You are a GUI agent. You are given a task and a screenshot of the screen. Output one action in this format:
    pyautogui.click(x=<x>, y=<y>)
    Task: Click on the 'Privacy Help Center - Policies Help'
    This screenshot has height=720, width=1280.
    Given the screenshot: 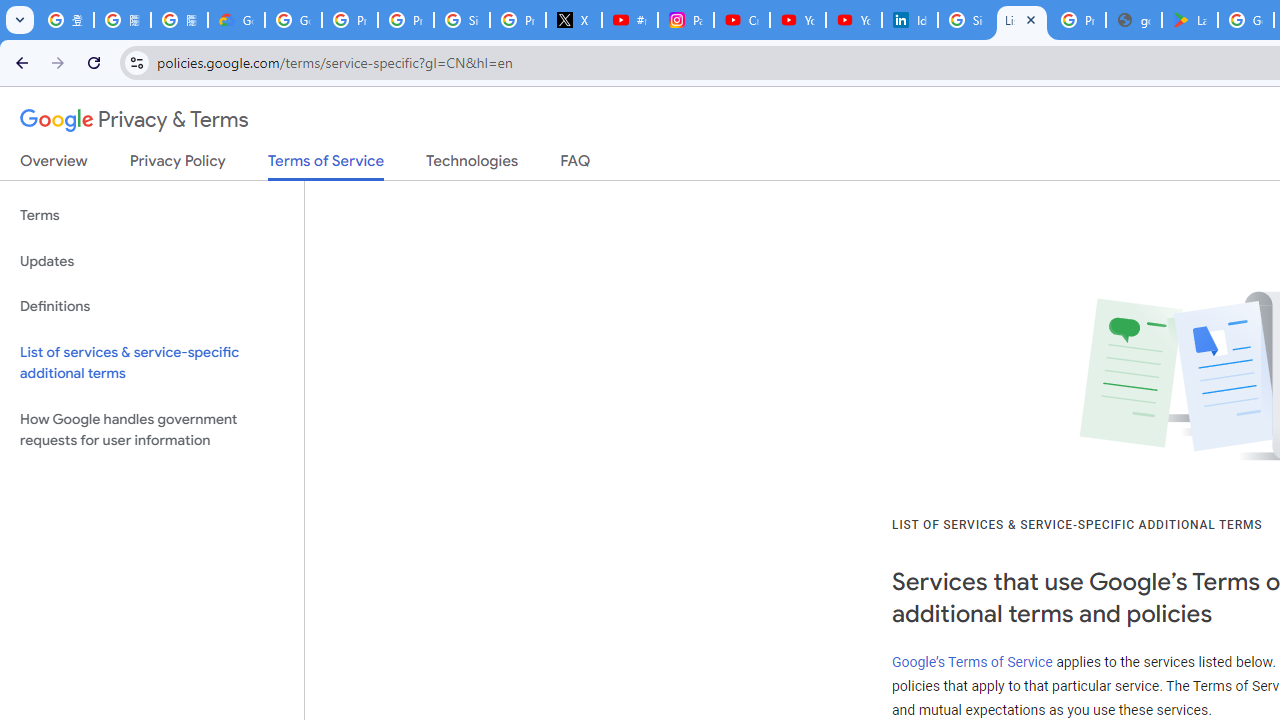 What is the action you would take?
    pyautogui.click(x=404, y=20)
    